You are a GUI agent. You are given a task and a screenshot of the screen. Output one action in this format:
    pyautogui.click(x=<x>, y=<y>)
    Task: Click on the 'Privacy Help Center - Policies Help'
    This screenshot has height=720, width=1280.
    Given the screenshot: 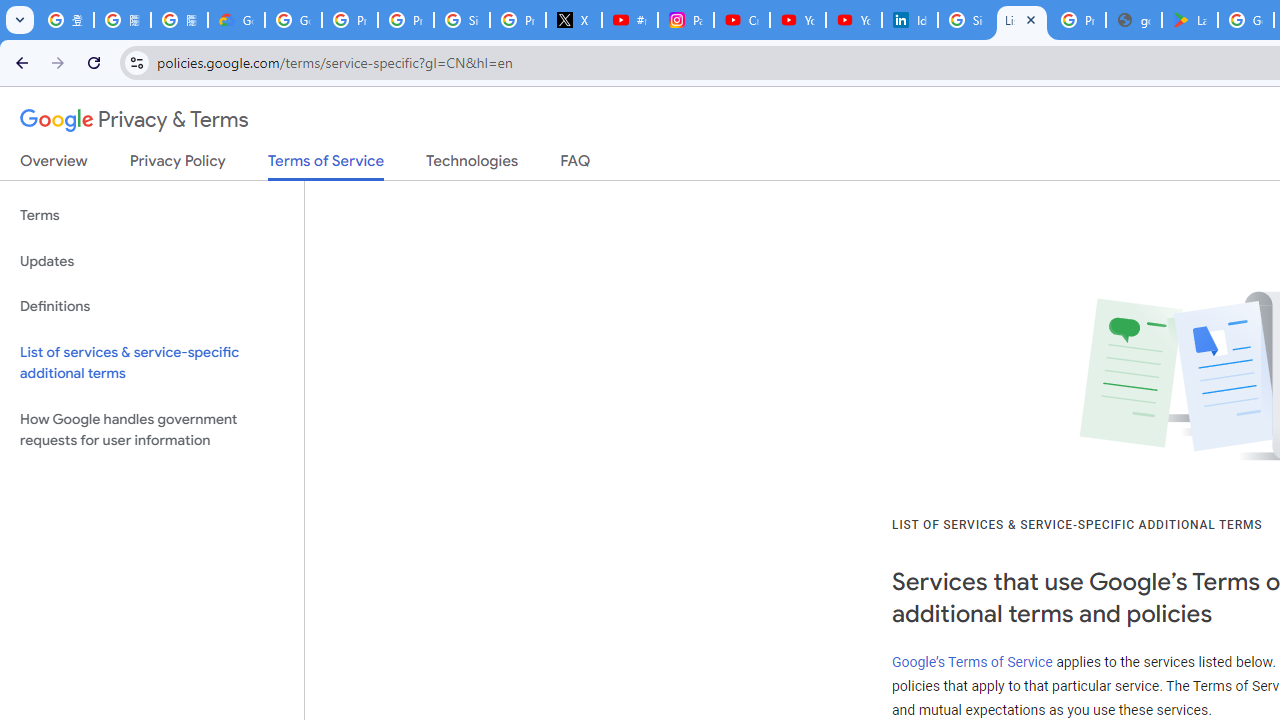 What is the action you would take?
    pyautogui.click(x=404, y=20)
    